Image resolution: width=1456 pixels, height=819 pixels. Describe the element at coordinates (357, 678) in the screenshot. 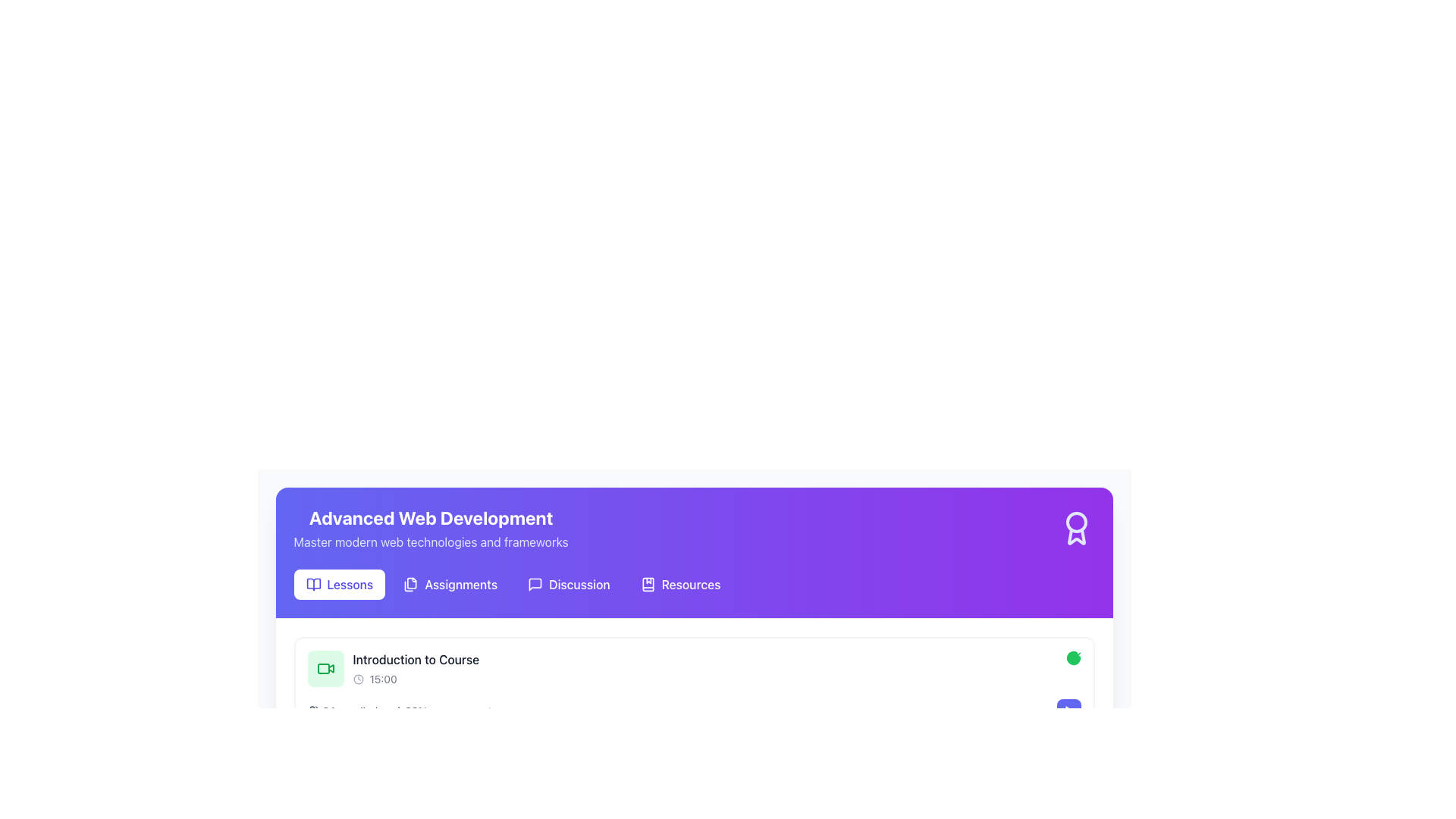

I see `the visual representation of the clock icon with a circular border and gray color, located to the left of the text '15:00' in the course details section` at that location.